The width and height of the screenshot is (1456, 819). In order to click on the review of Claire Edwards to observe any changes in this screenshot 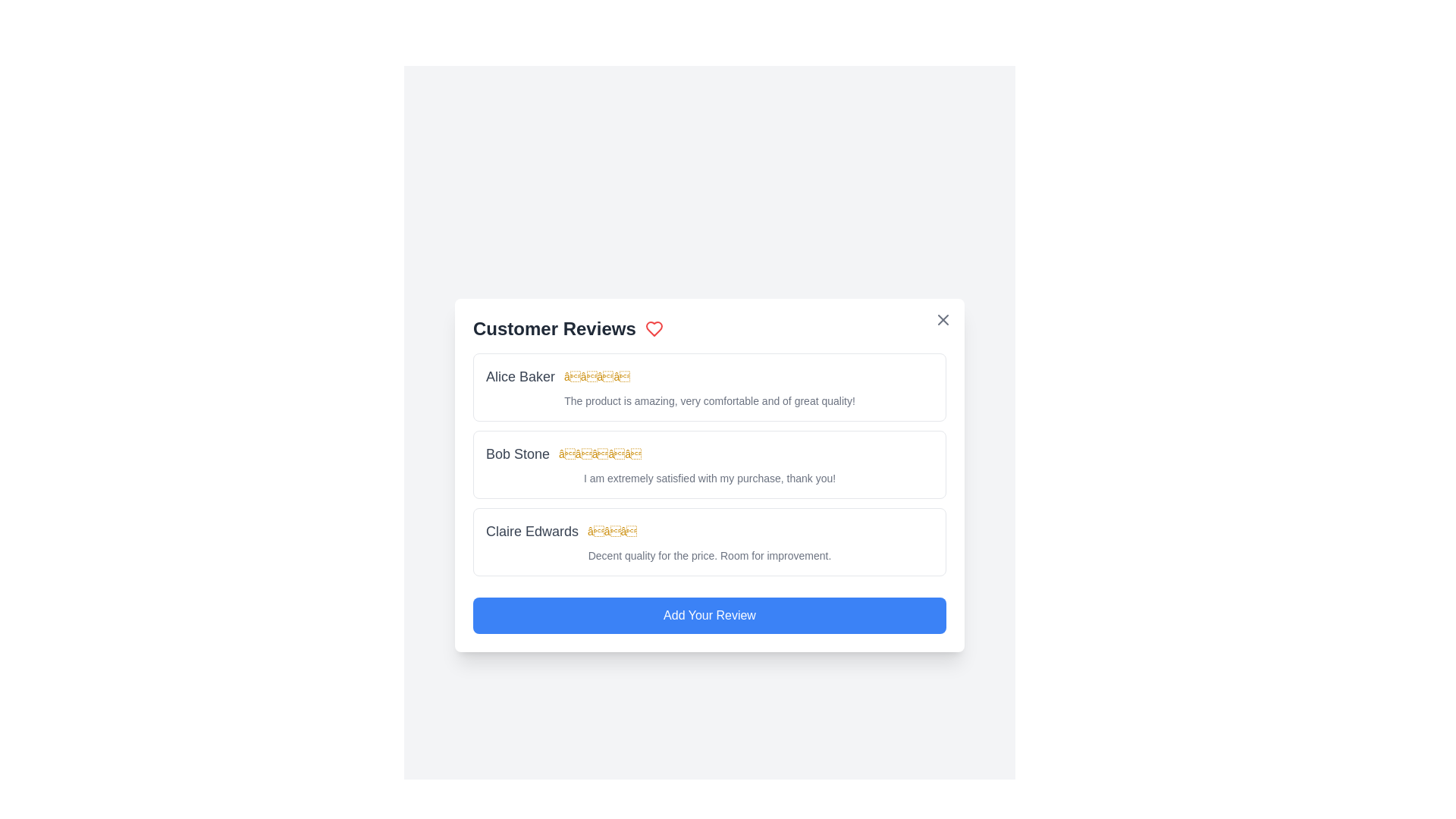, I will do `click(709, 541)`.